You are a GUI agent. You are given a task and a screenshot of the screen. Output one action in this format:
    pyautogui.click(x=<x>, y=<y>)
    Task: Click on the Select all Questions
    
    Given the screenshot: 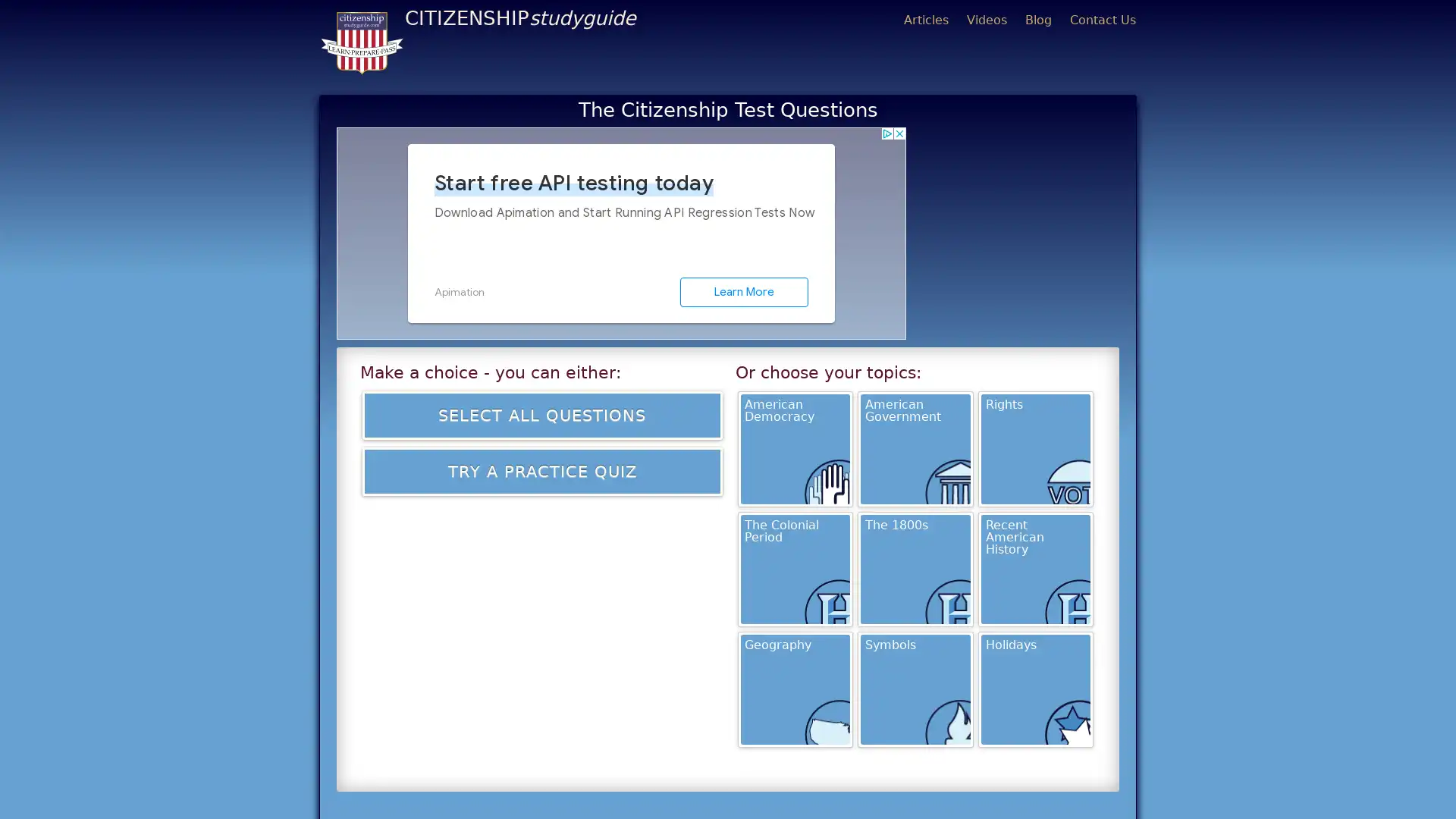 What is the action you would take?
    pyautogui.click(x=542, y=415)
    